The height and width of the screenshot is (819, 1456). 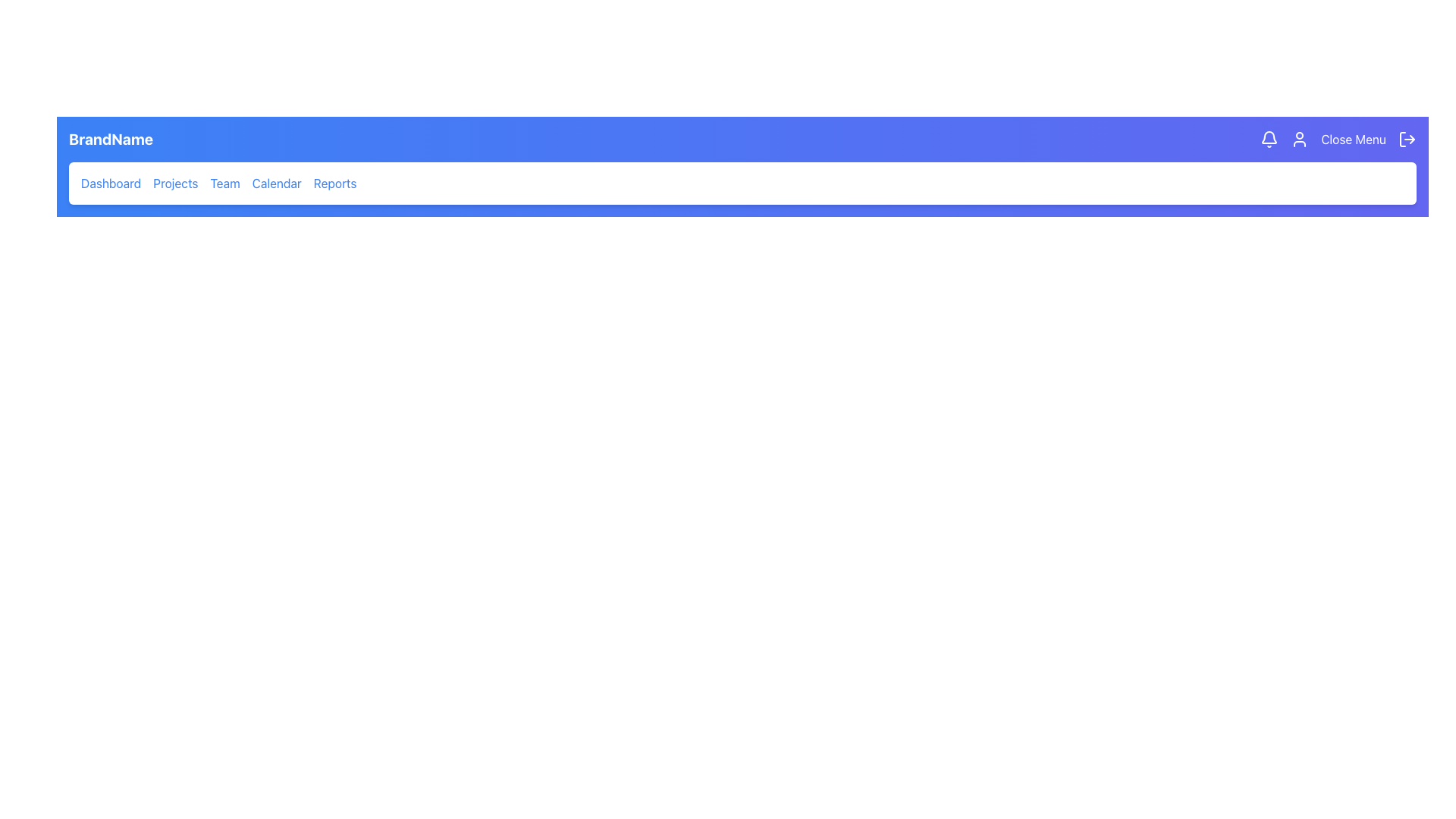 What do you see at coordinates (1299, 140) in the screenshot?
I see `the user profile icon button located in the header bar, positioned between the notification bell icon and the 'Close Menu' button` at bounding box center [1299, 140].